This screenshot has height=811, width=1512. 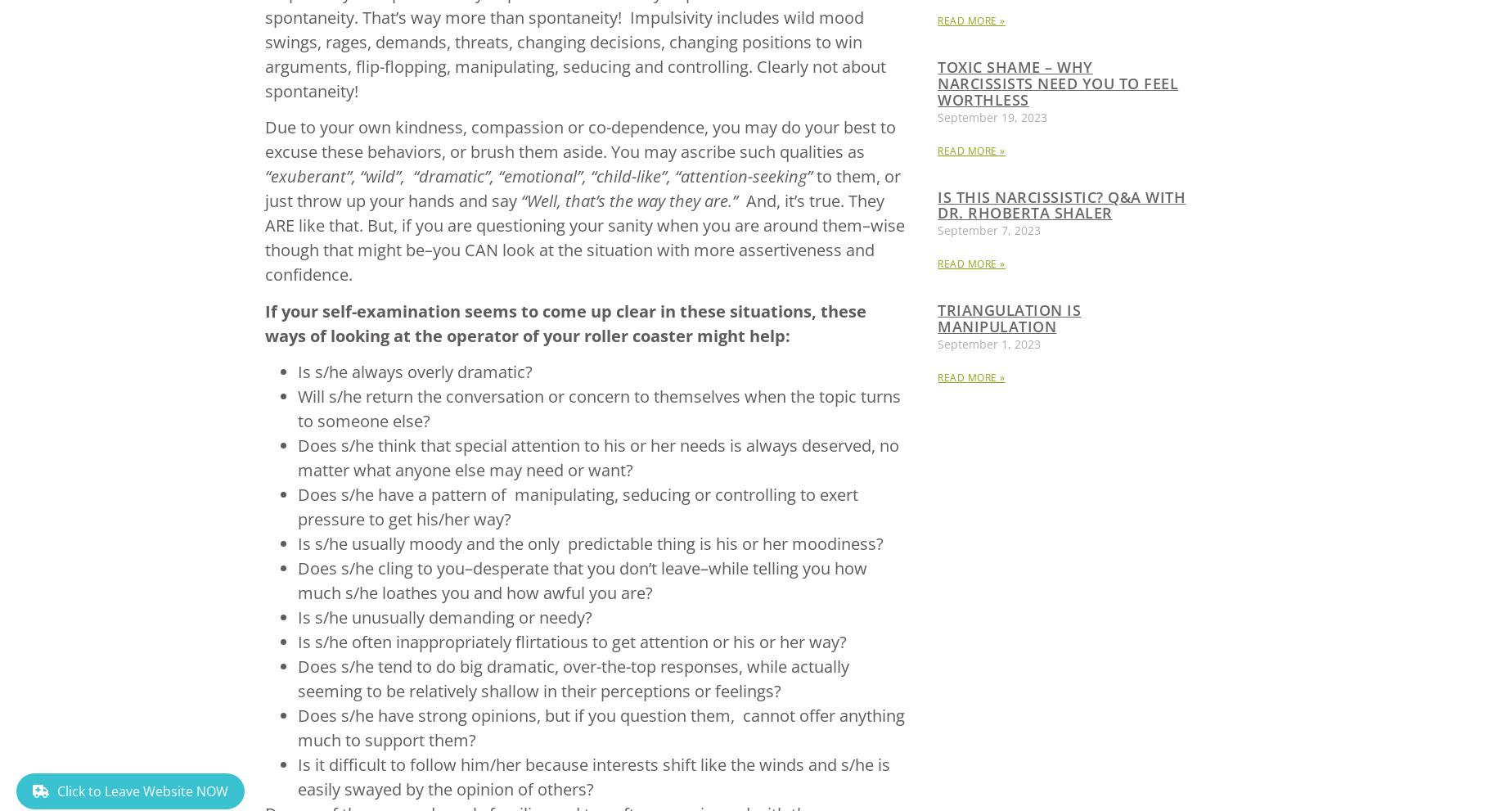 What do you see at coordinates (1009, 317) in the screenshot?
I see `'Triangulation is Manipulation'` at bounding box center [1009, 317].